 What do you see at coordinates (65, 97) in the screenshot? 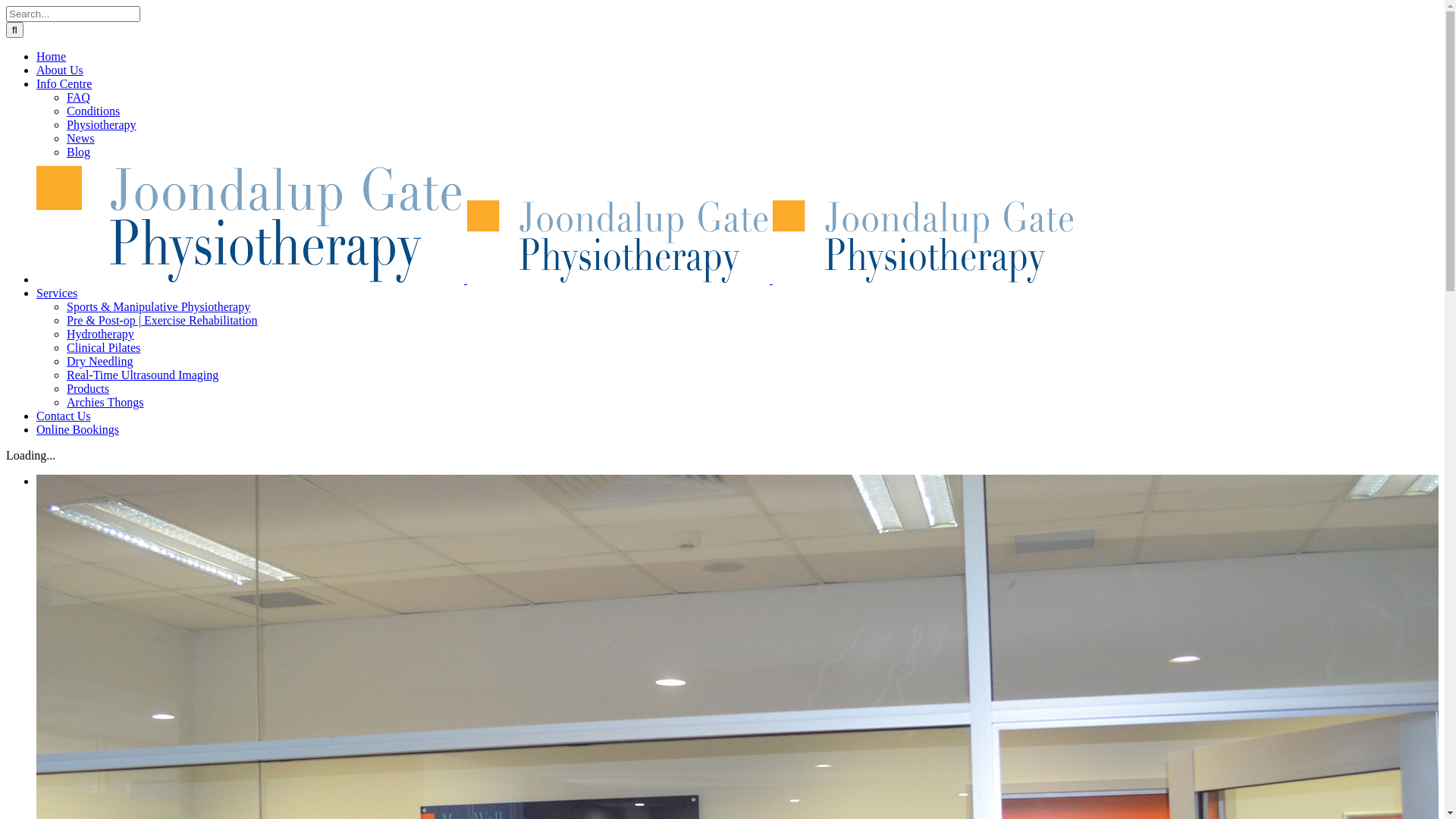
I see `'FAQ'` at bounding box center [65, 97].